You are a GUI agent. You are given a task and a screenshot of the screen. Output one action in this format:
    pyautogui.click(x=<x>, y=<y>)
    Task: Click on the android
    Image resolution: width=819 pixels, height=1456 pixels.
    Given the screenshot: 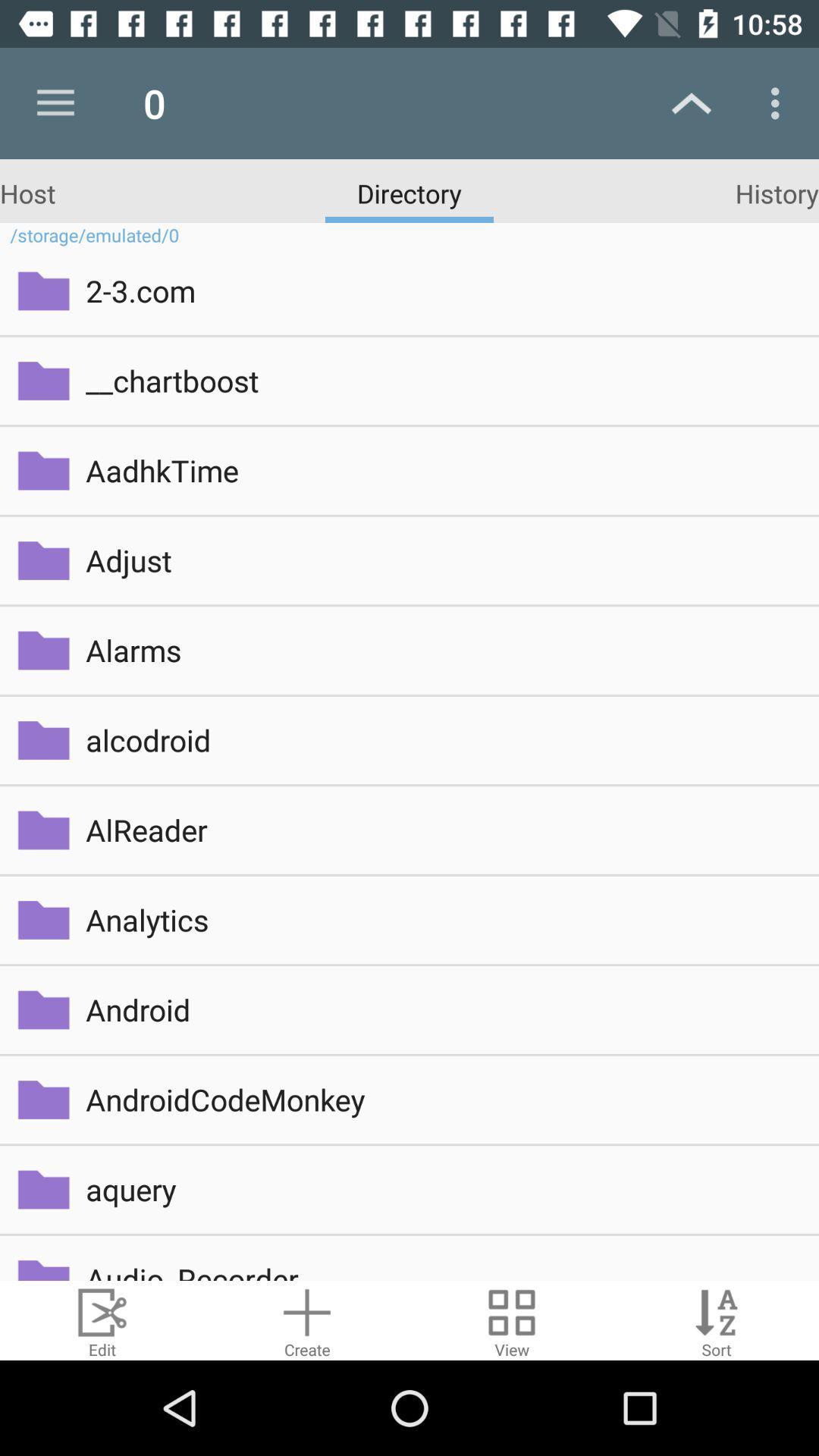 What is the action you would take?
    pyautogui.click(x=441, y=1009)
    